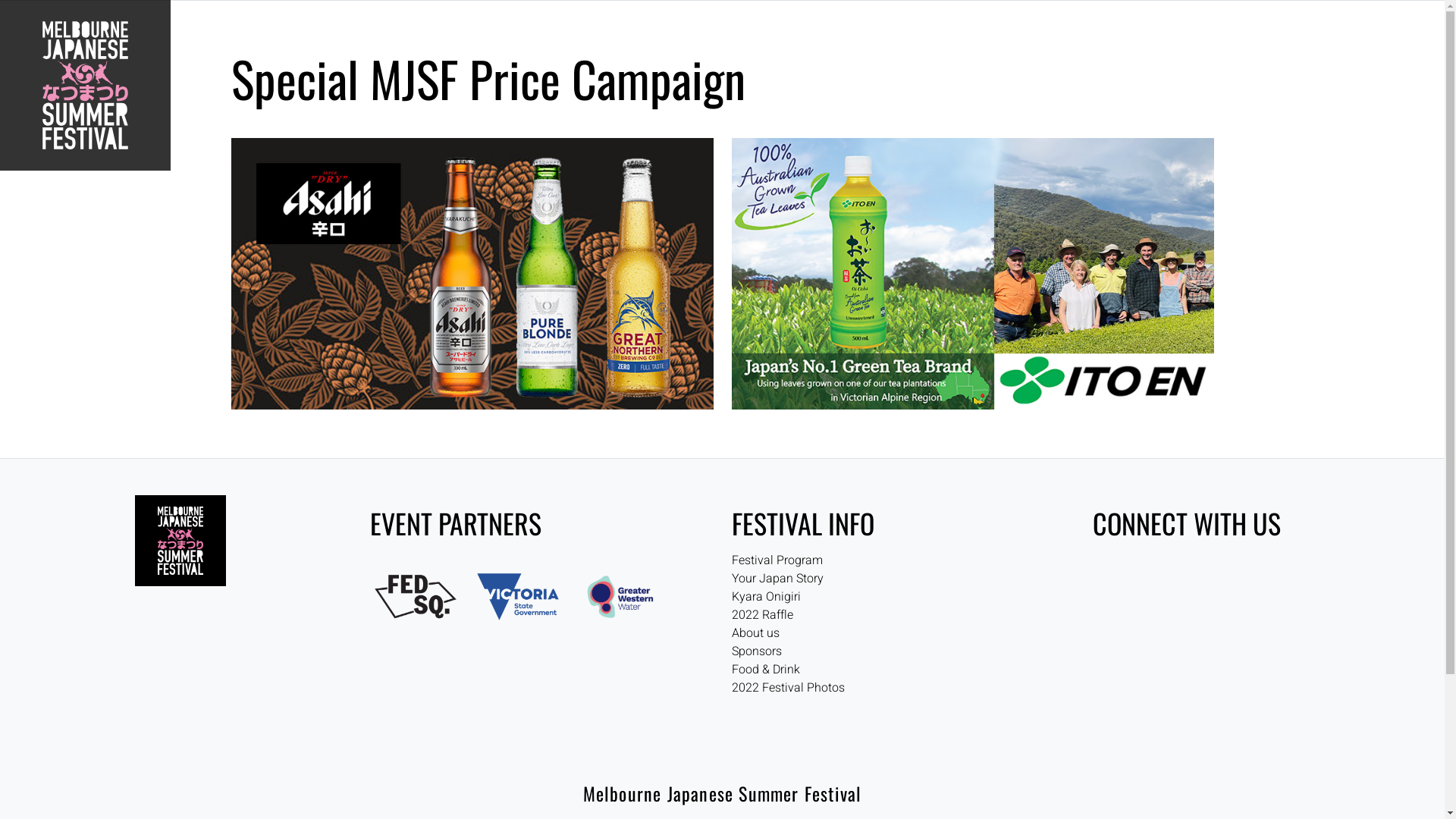 The width and height of the screenshot is (1456, 819). Describe the element at coordinates (764, 669) in the screenshot. I see `'Food & Drink'` at that location.